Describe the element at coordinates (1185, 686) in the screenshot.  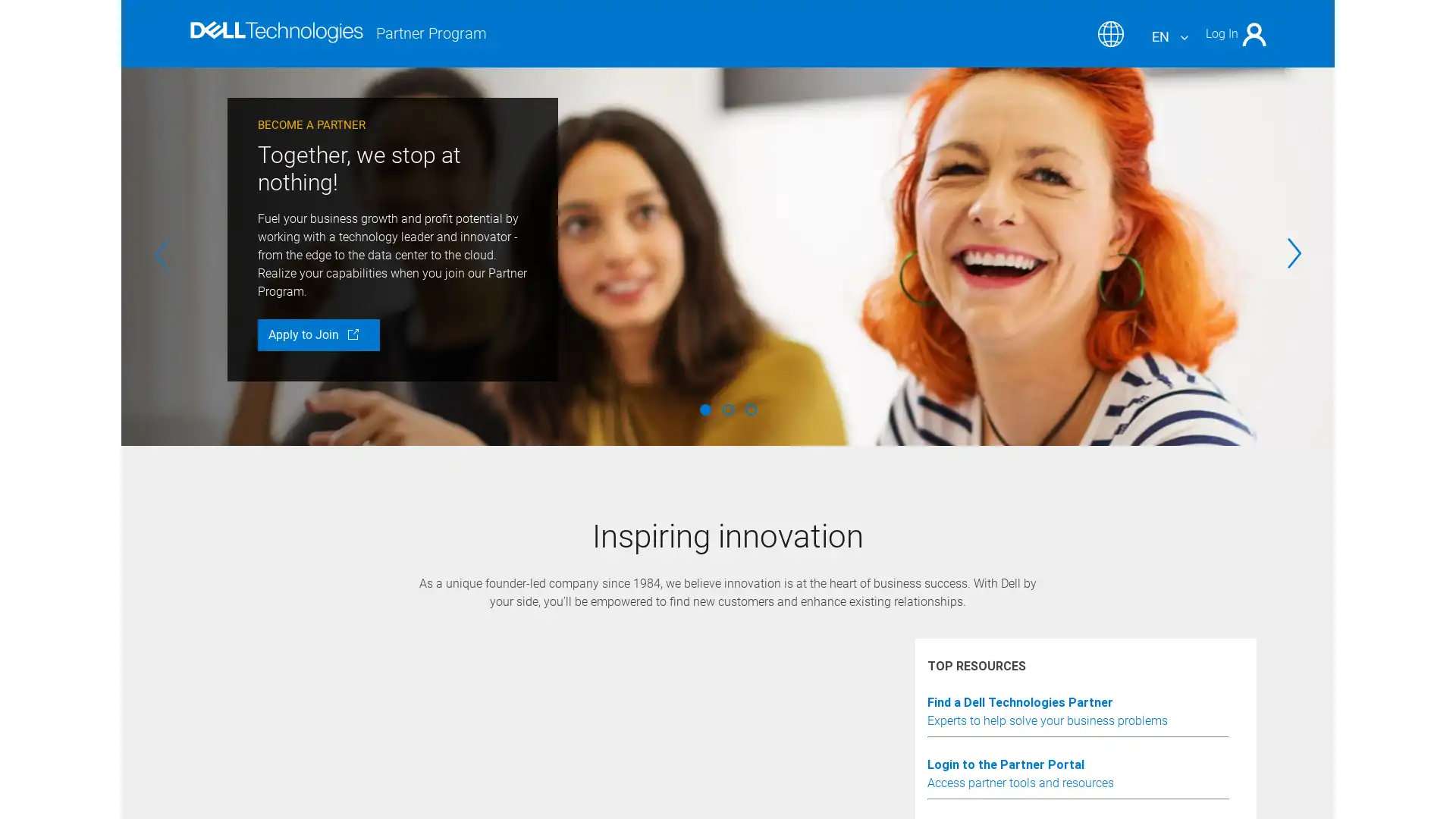
I see `Fullscreen` at that location.